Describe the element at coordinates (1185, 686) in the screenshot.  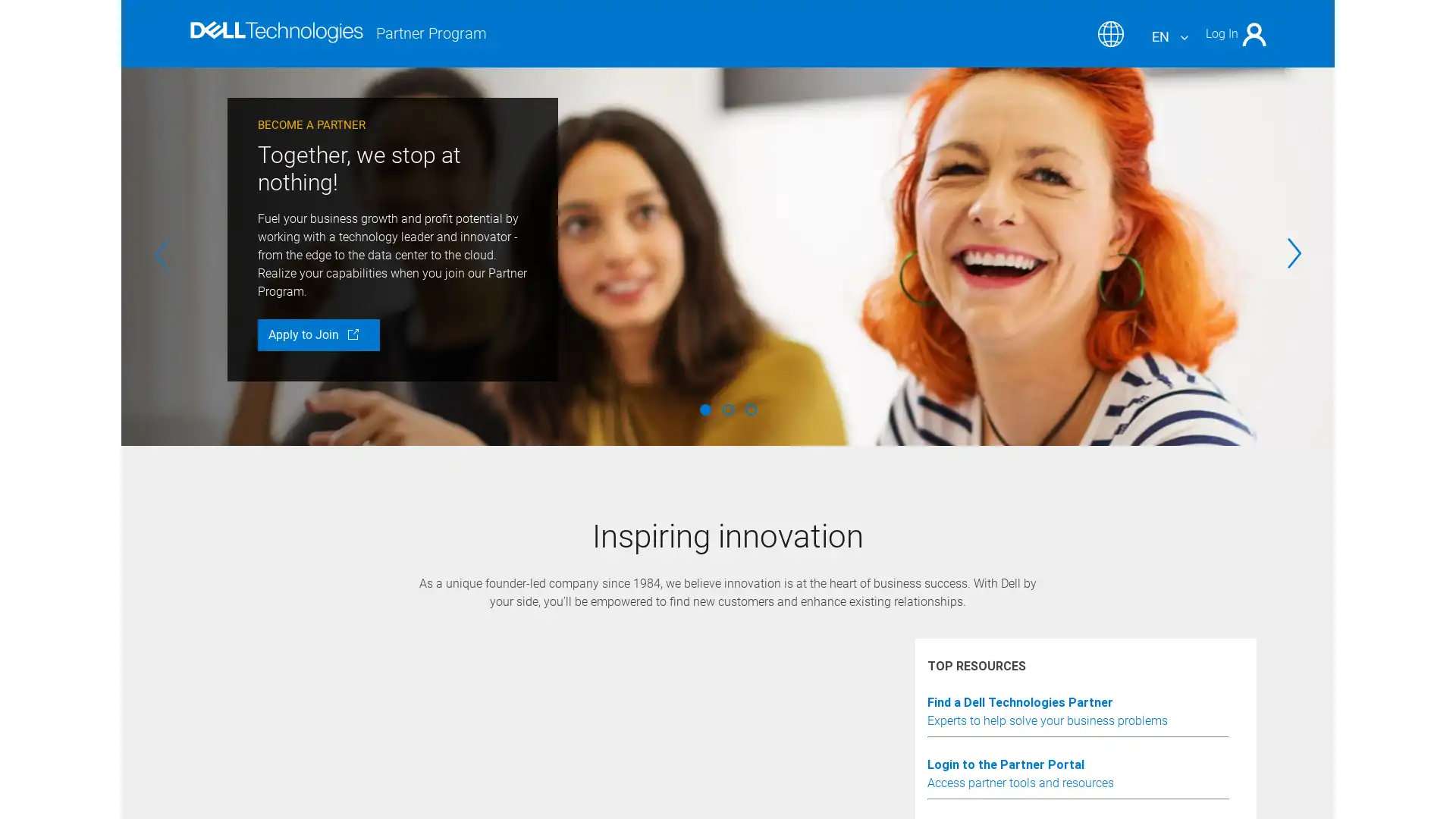
I see `Fullscreen` at that location.